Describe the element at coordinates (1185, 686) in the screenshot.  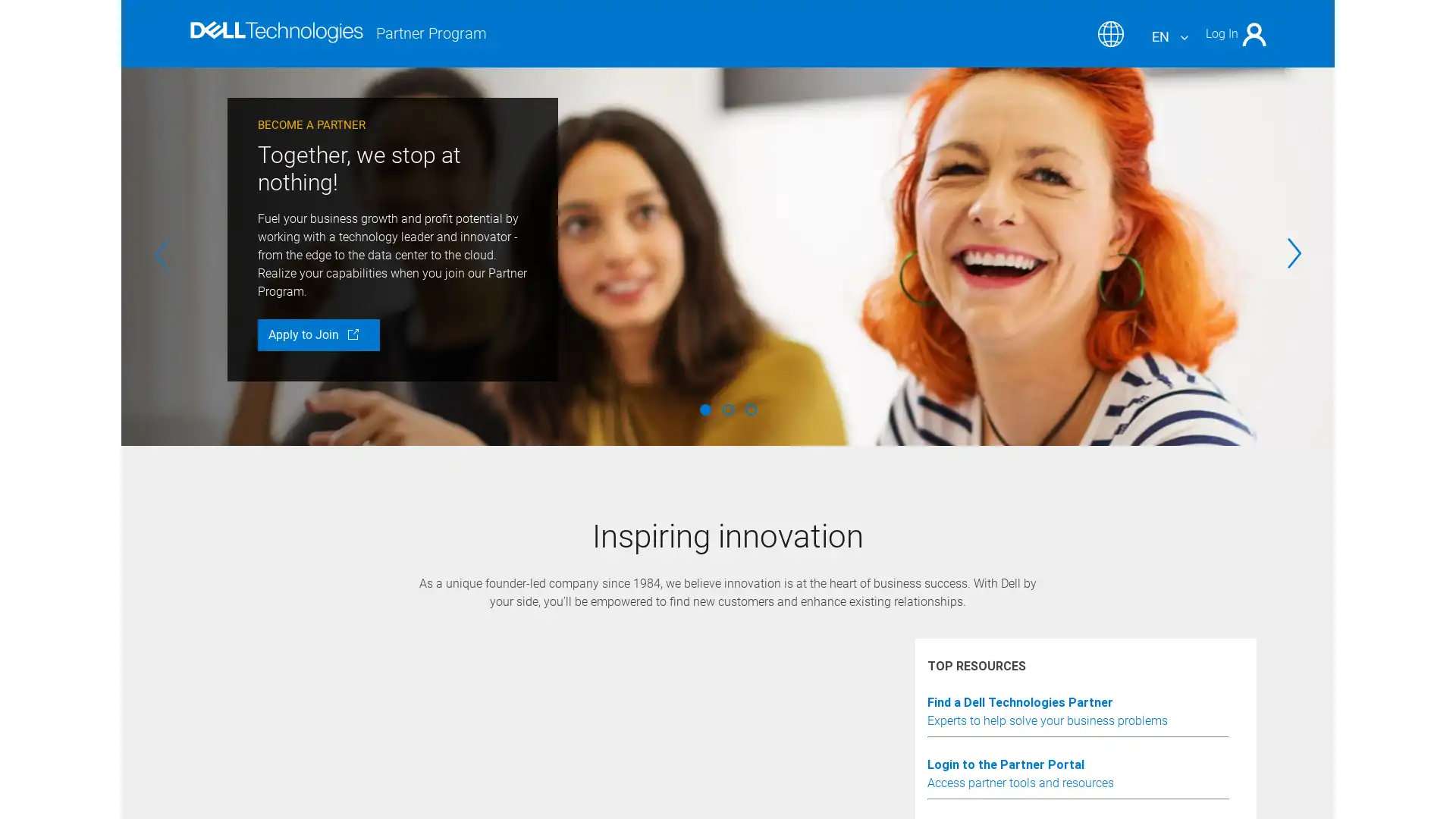
I see `Fullscreen` at that location.